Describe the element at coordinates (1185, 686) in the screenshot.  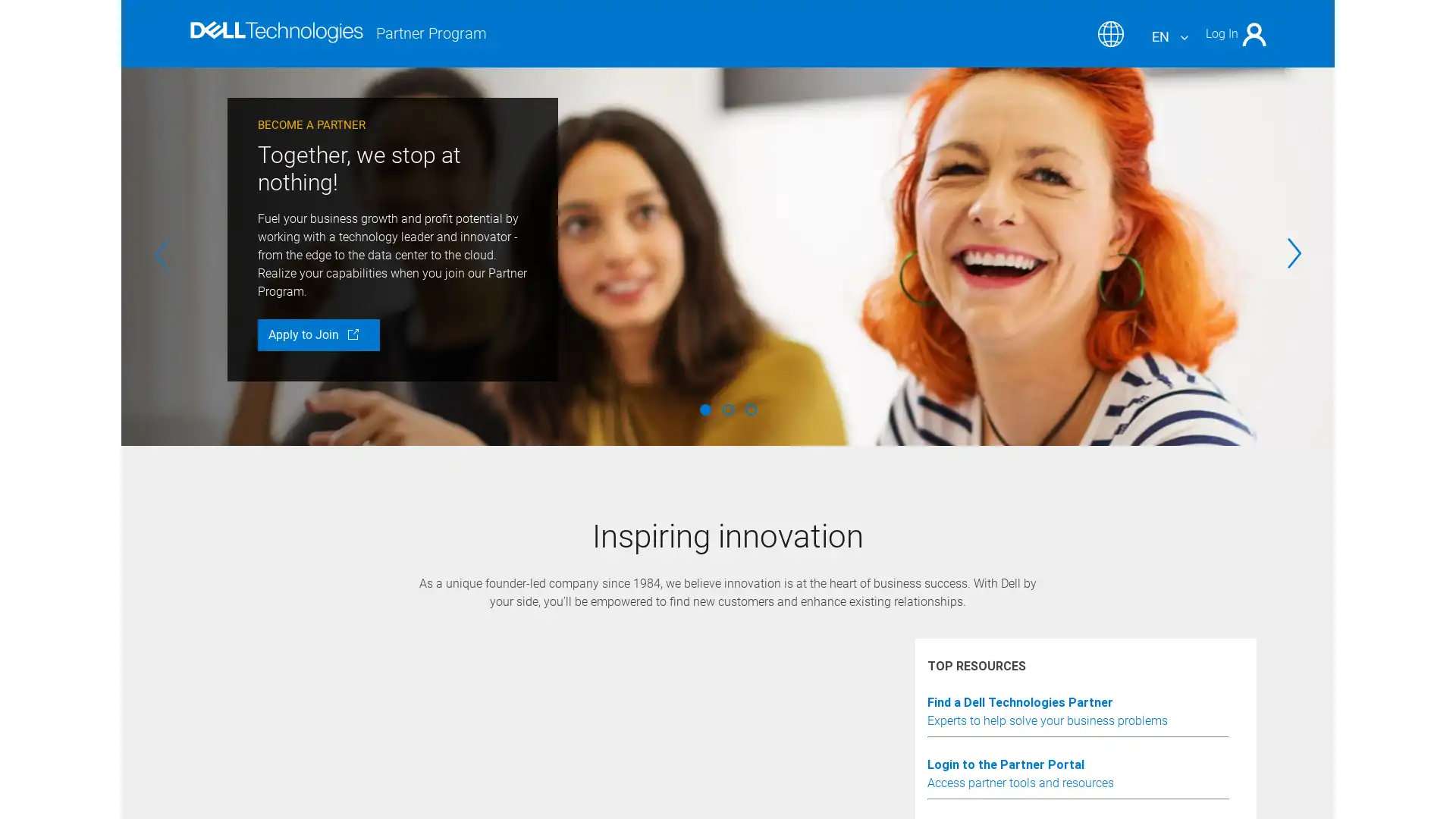
I see `Fullscreen` at that location.